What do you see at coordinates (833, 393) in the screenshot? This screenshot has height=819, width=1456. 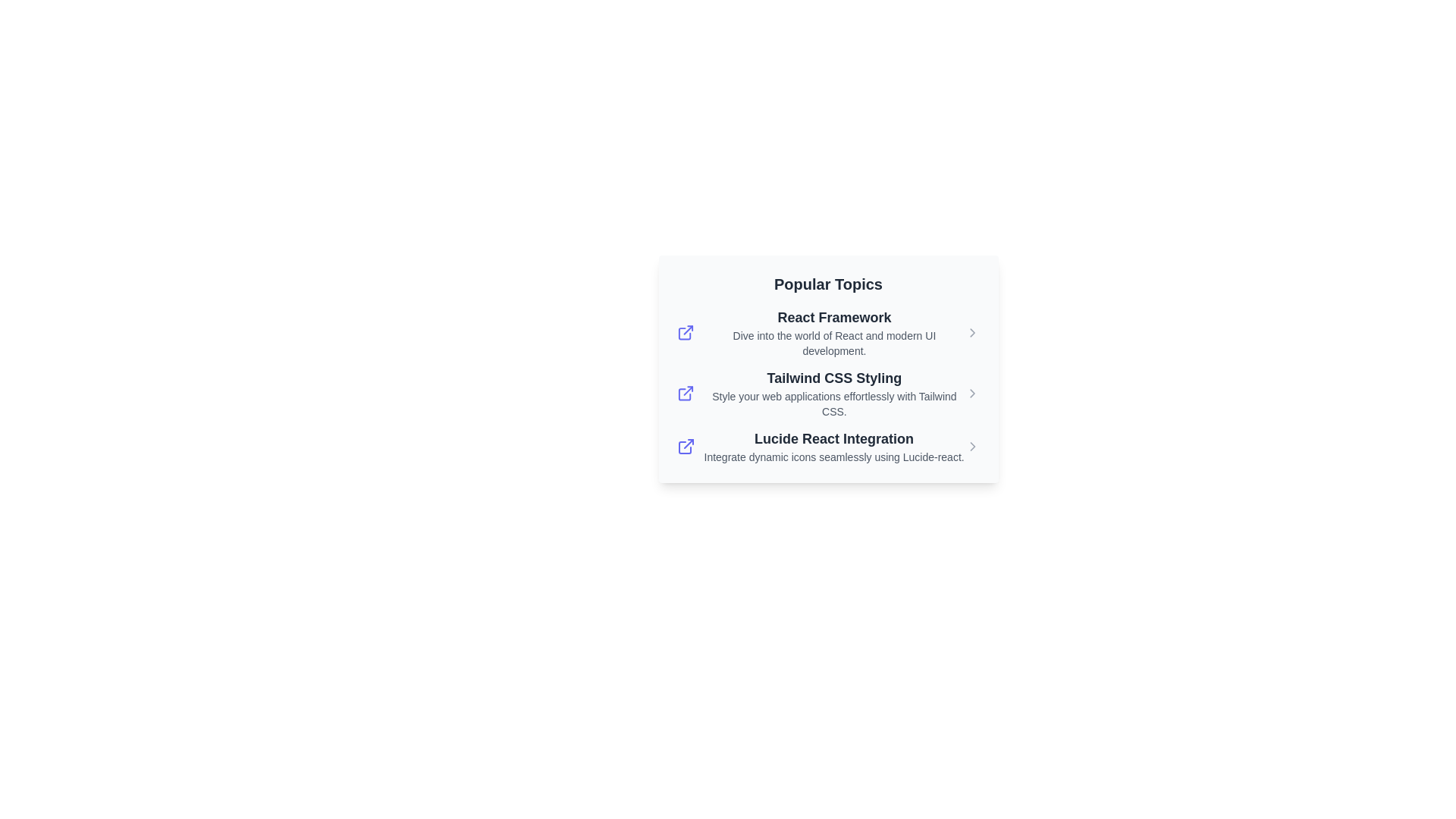 I see `the descriptive link for 'Tailwind CSS Styling' to read the information provided about this topic` at bounding box center [833, 393].